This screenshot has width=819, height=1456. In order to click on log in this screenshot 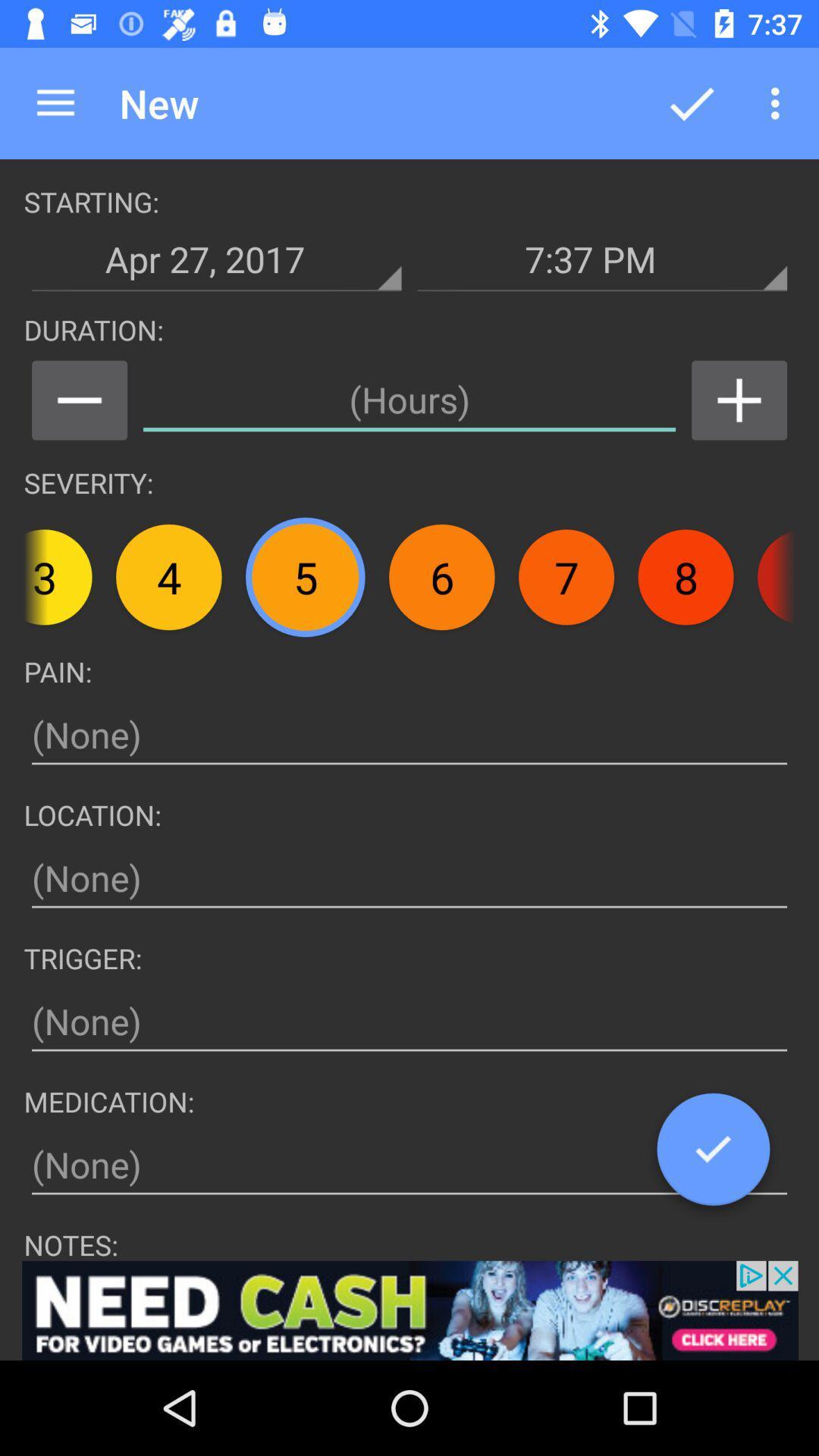, I will do `click(713, 1154)`.